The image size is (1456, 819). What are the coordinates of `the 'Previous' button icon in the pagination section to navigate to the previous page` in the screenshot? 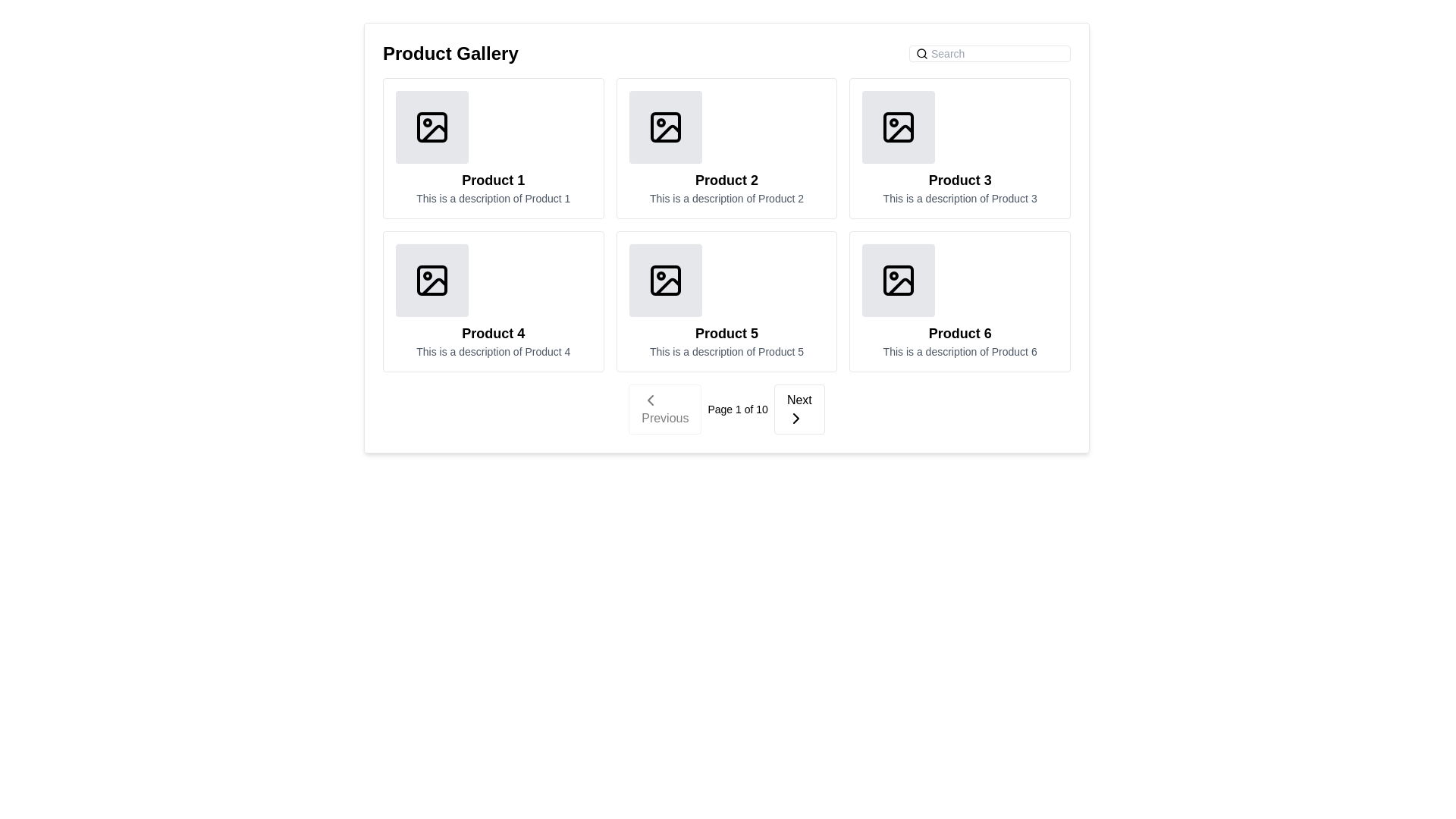 It's located at (651, 400).